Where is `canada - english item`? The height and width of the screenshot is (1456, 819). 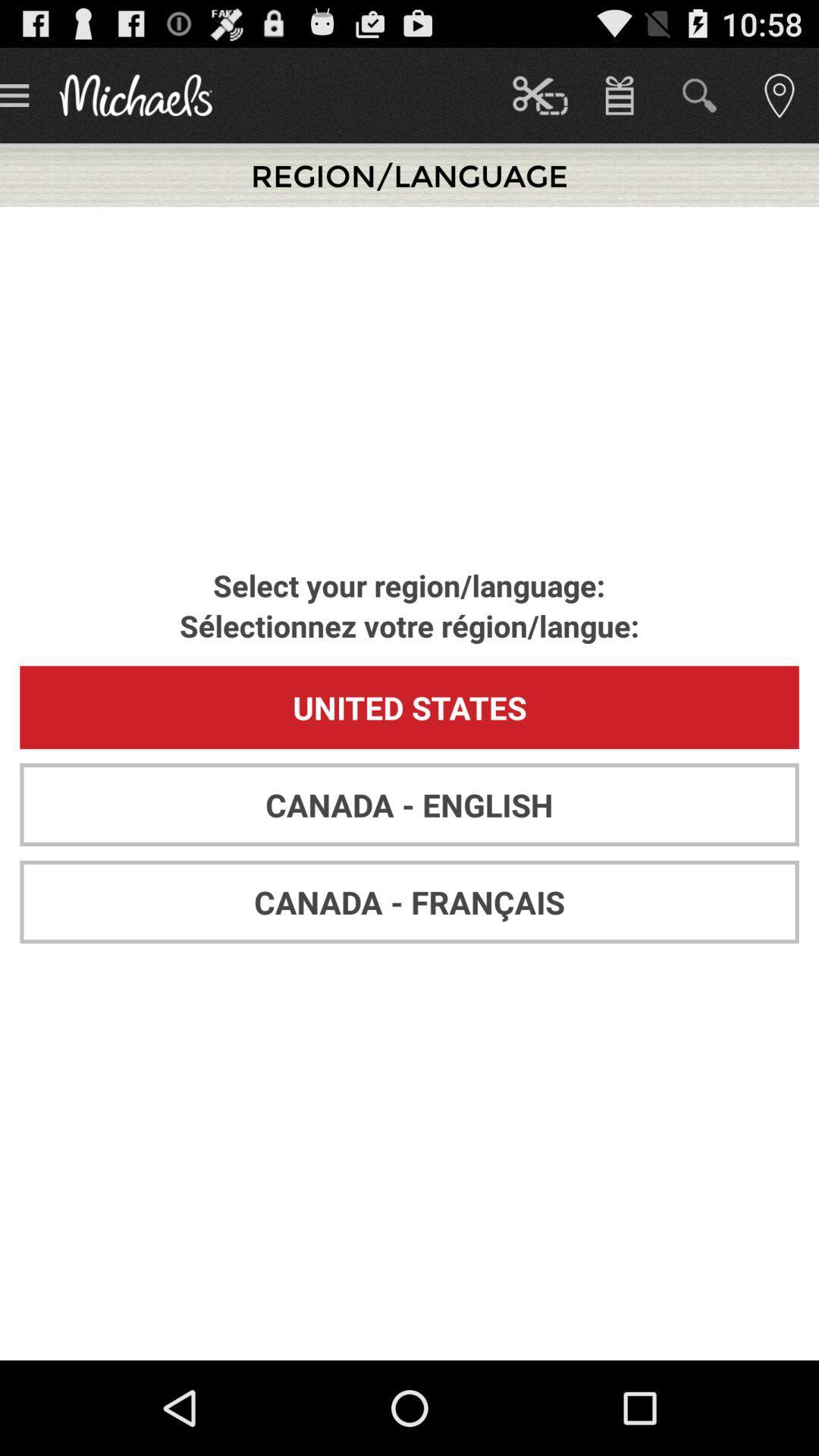 canada - english item is located at coordinates (409, 804).